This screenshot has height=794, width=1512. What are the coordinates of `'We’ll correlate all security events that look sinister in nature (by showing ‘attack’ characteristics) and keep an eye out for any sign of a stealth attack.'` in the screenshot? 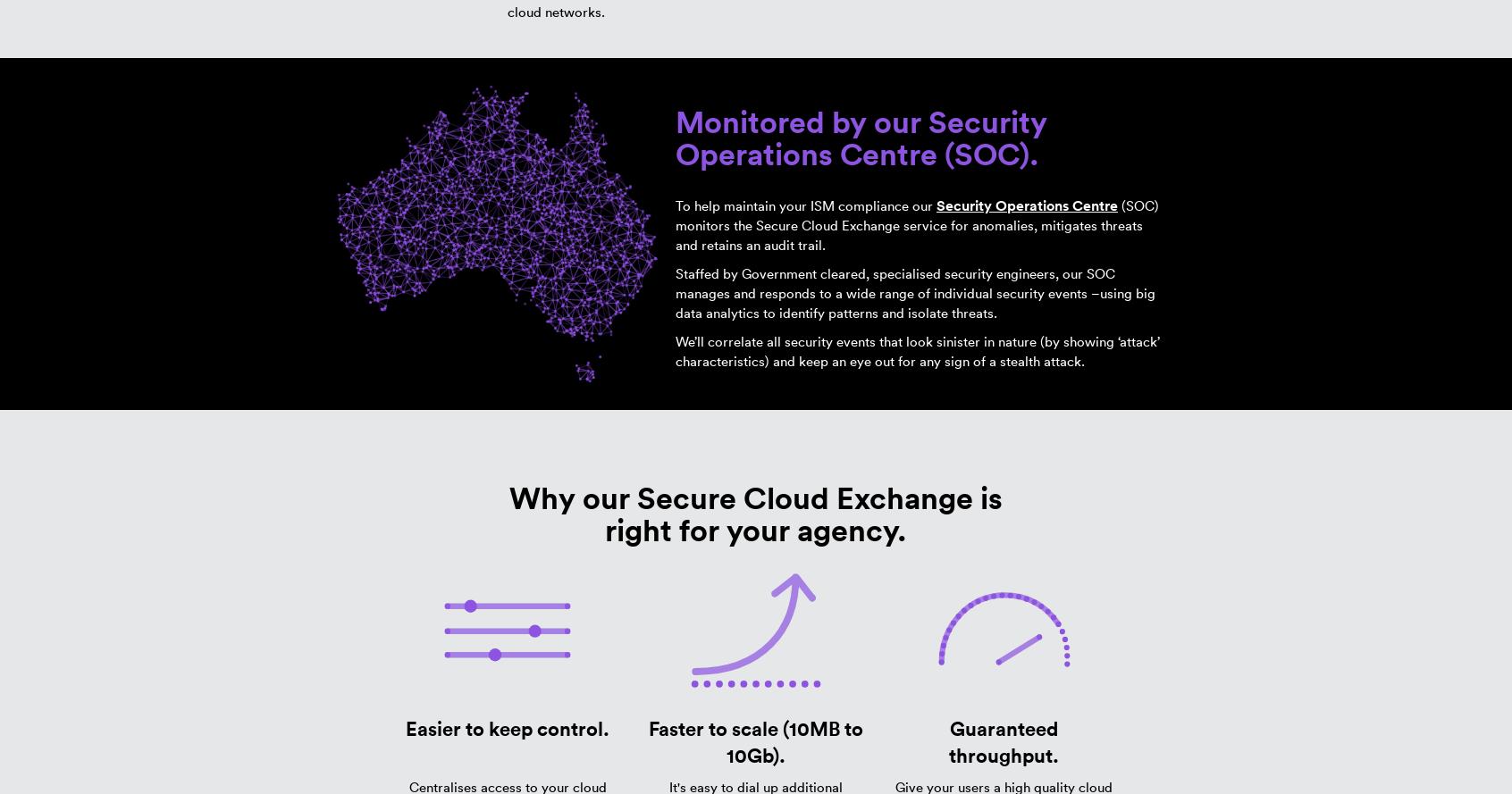 It's located at (917, 351).